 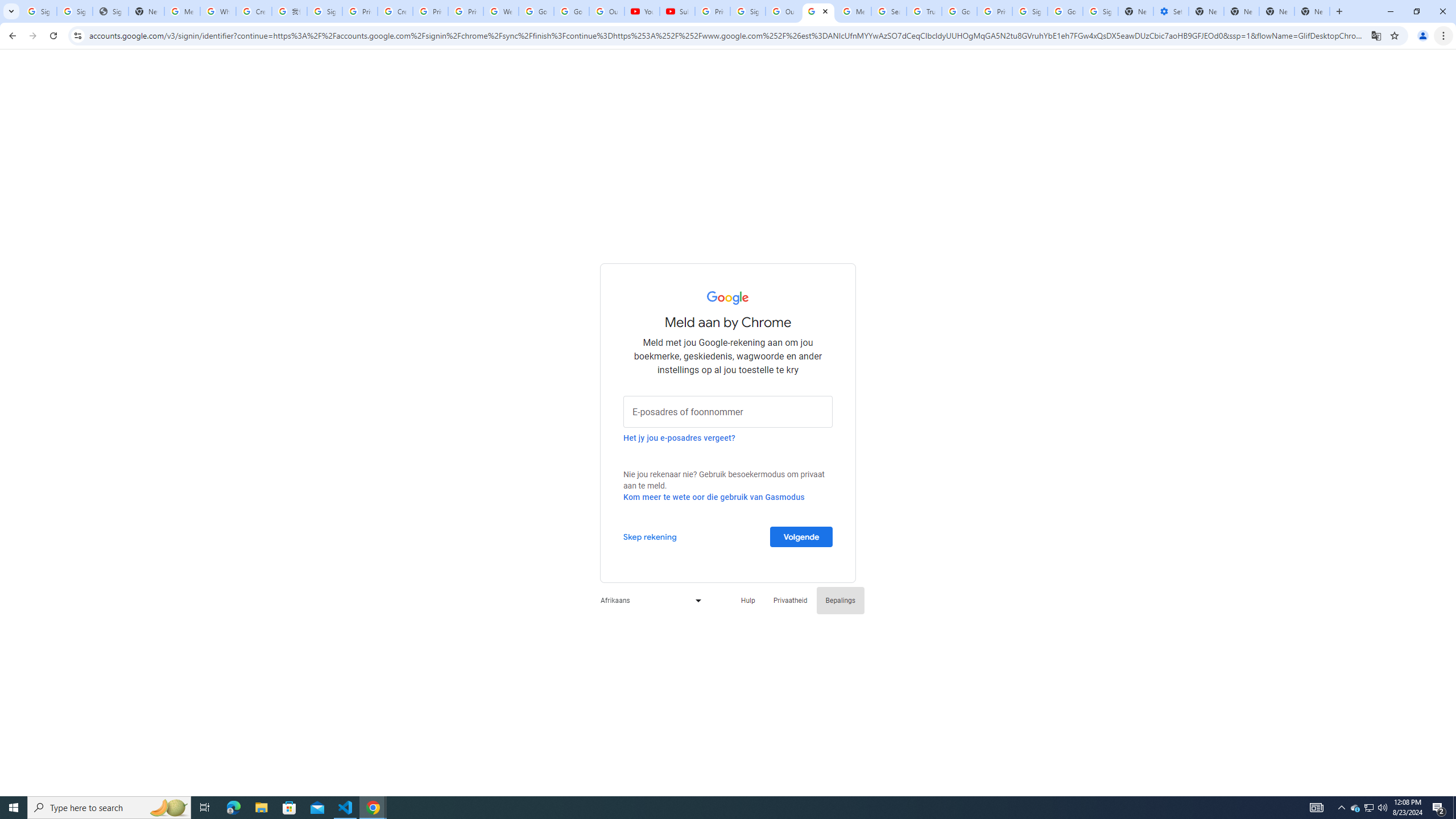 I want to click on 'Subscriptions - YouTube', so click(x=677, y=11).